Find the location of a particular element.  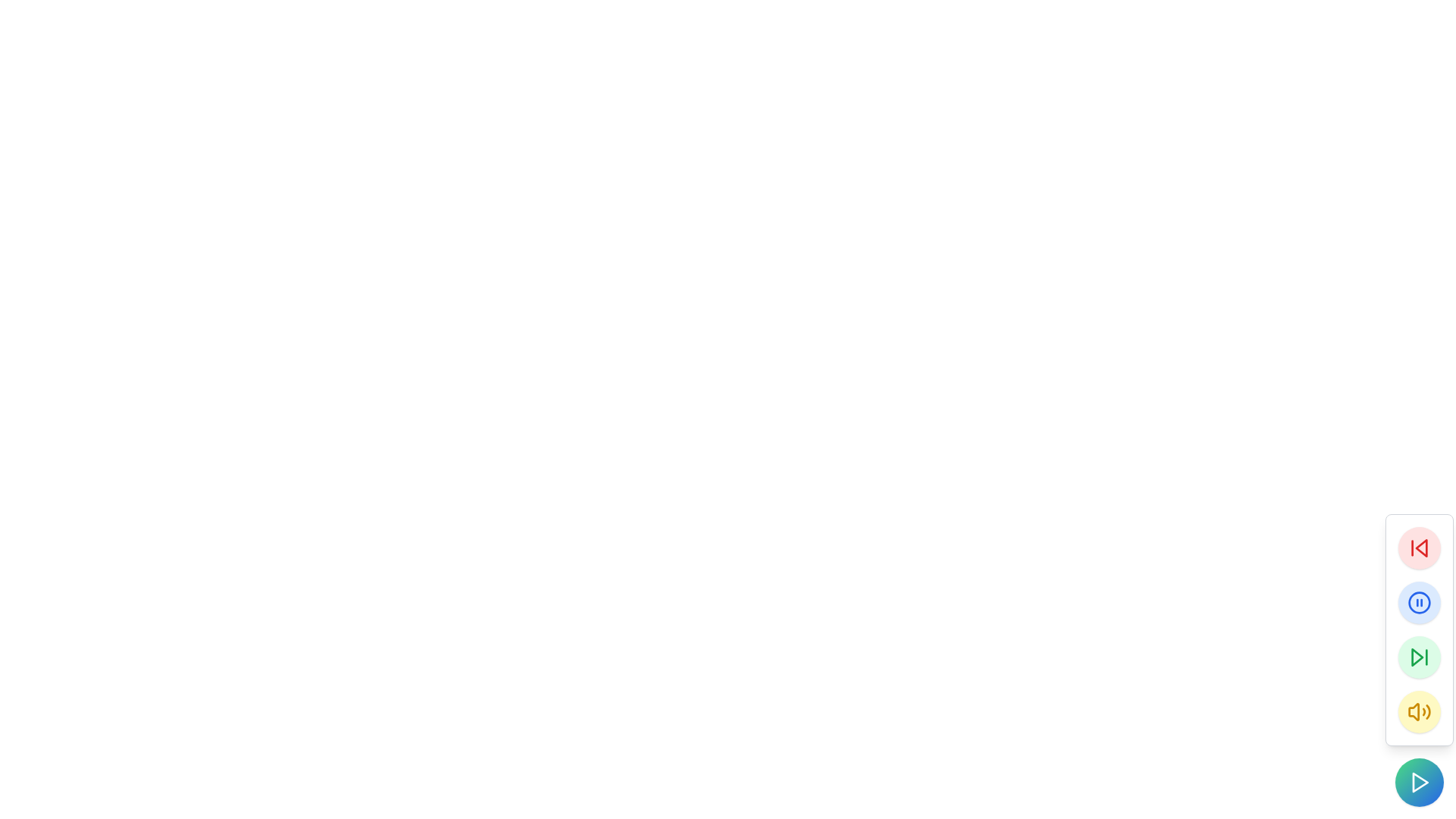

the triangular Iconic Button, which is the third button from the top in a vertically aligned group on the right edge of the interface, to skip forward is located at coordinates (1416, 657).